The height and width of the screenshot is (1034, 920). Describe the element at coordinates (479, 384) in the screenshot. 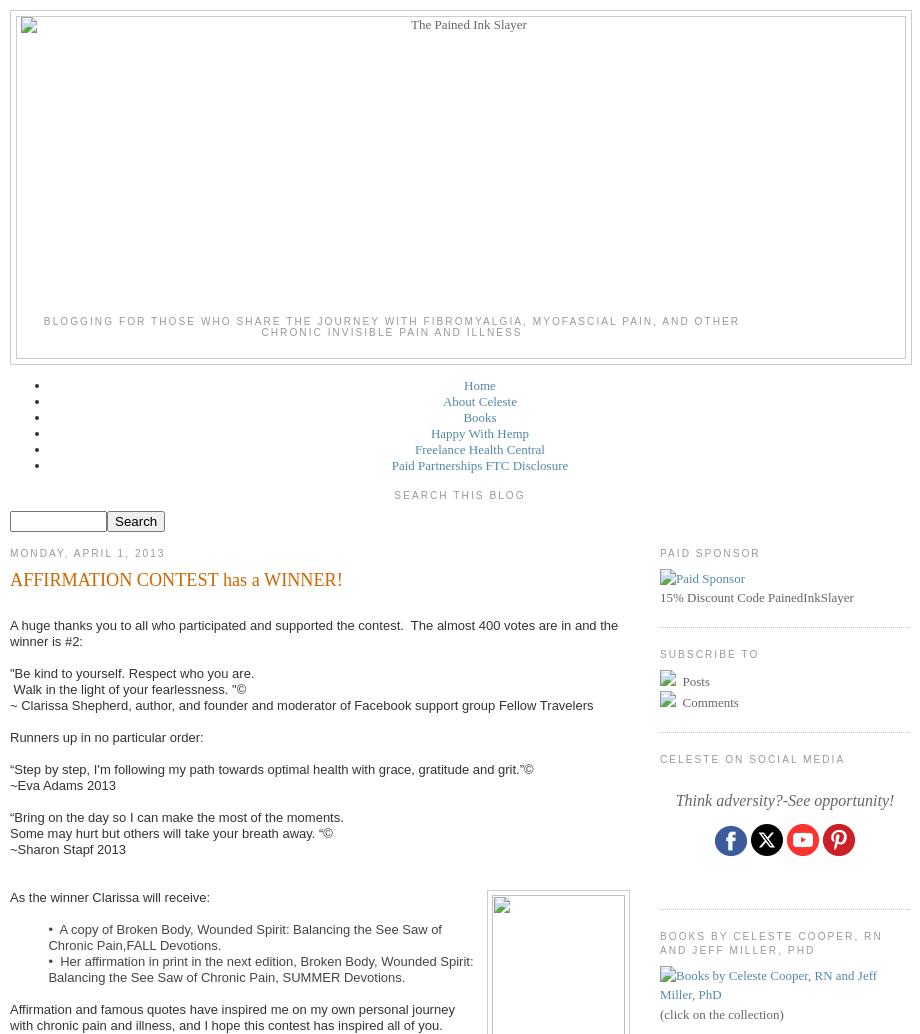

I see `'Home'` at that location.